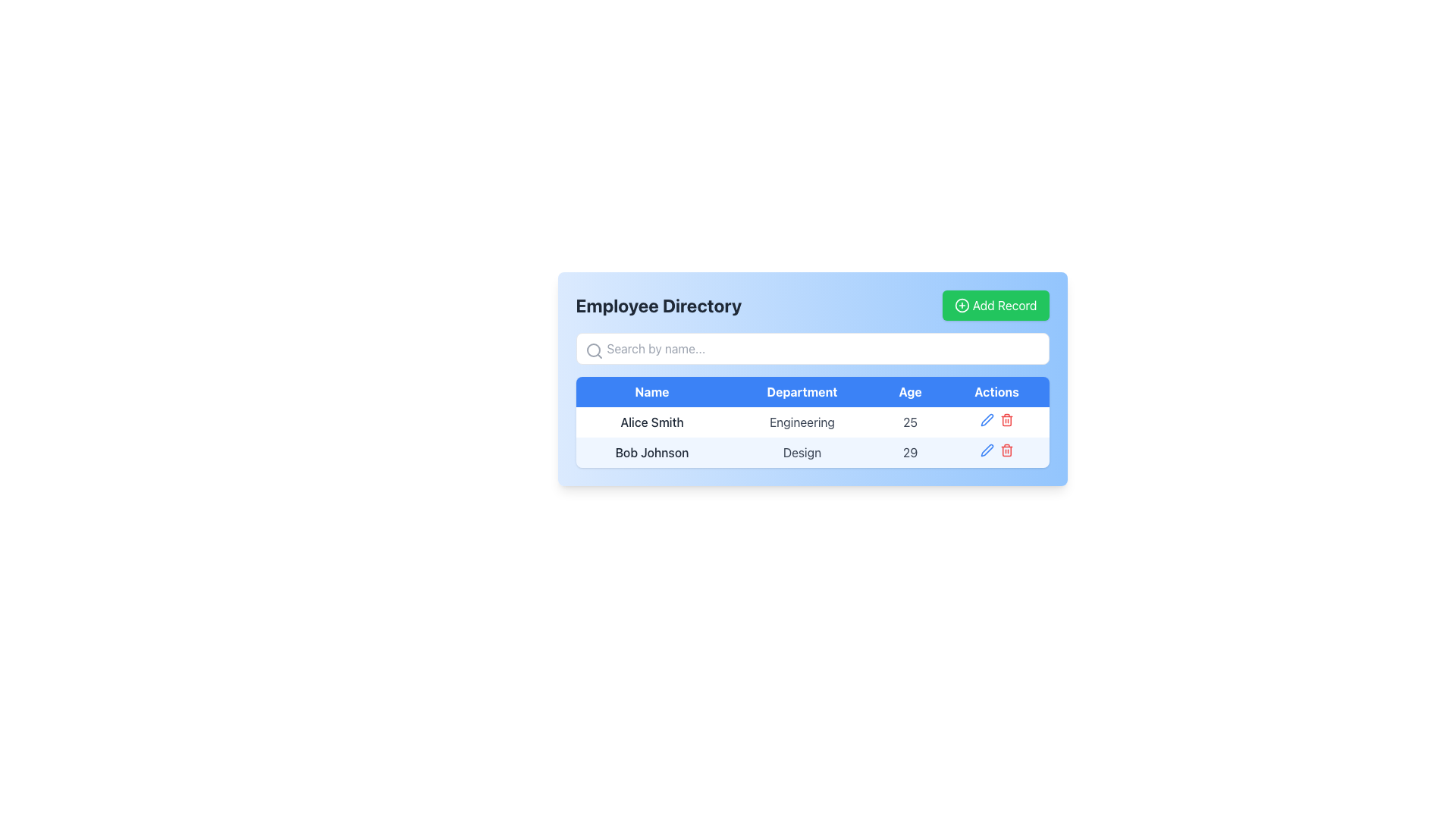 The height and width of the screenshot is (819, 1456). I want to click on the red trash can icon button, so click(1006, 420).